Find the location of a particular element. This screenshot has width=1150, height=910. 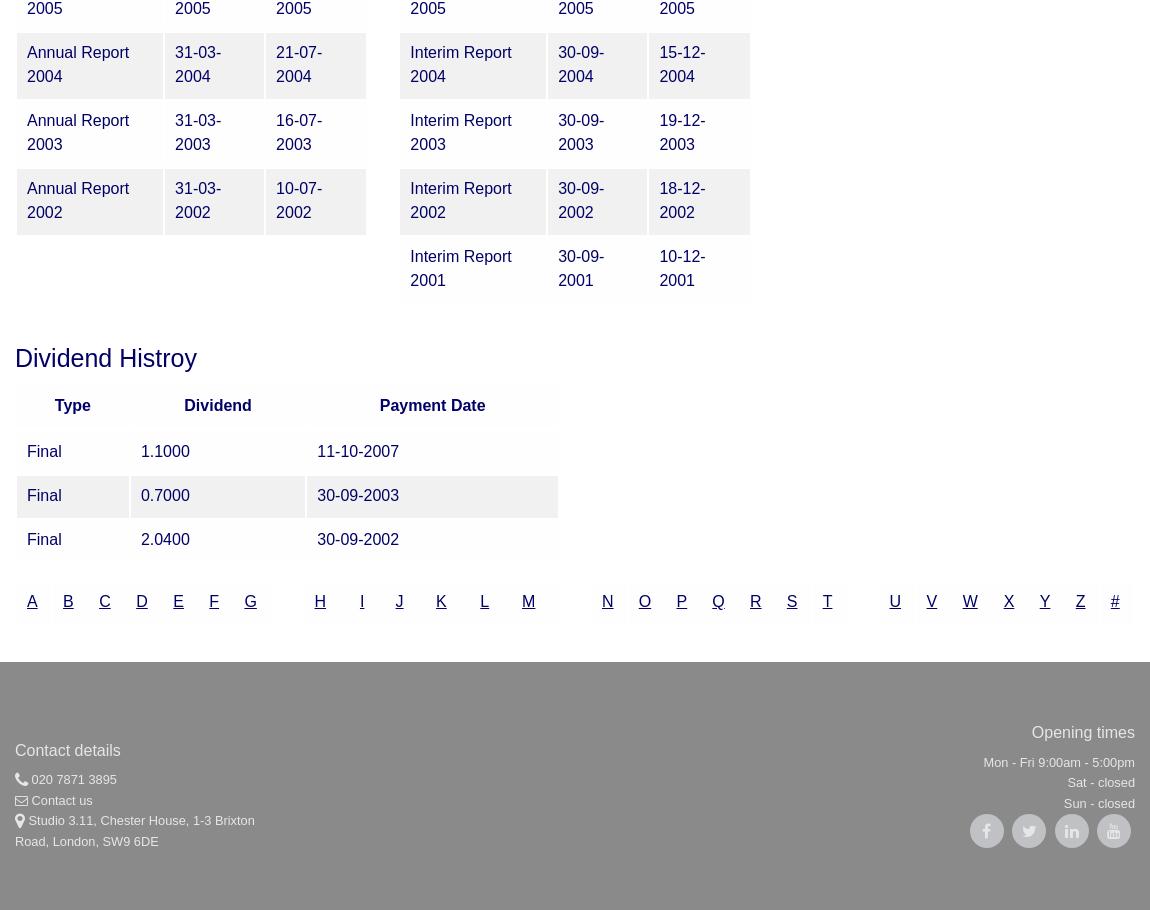

'18-12-2002' is located at coordinates (657, 199).